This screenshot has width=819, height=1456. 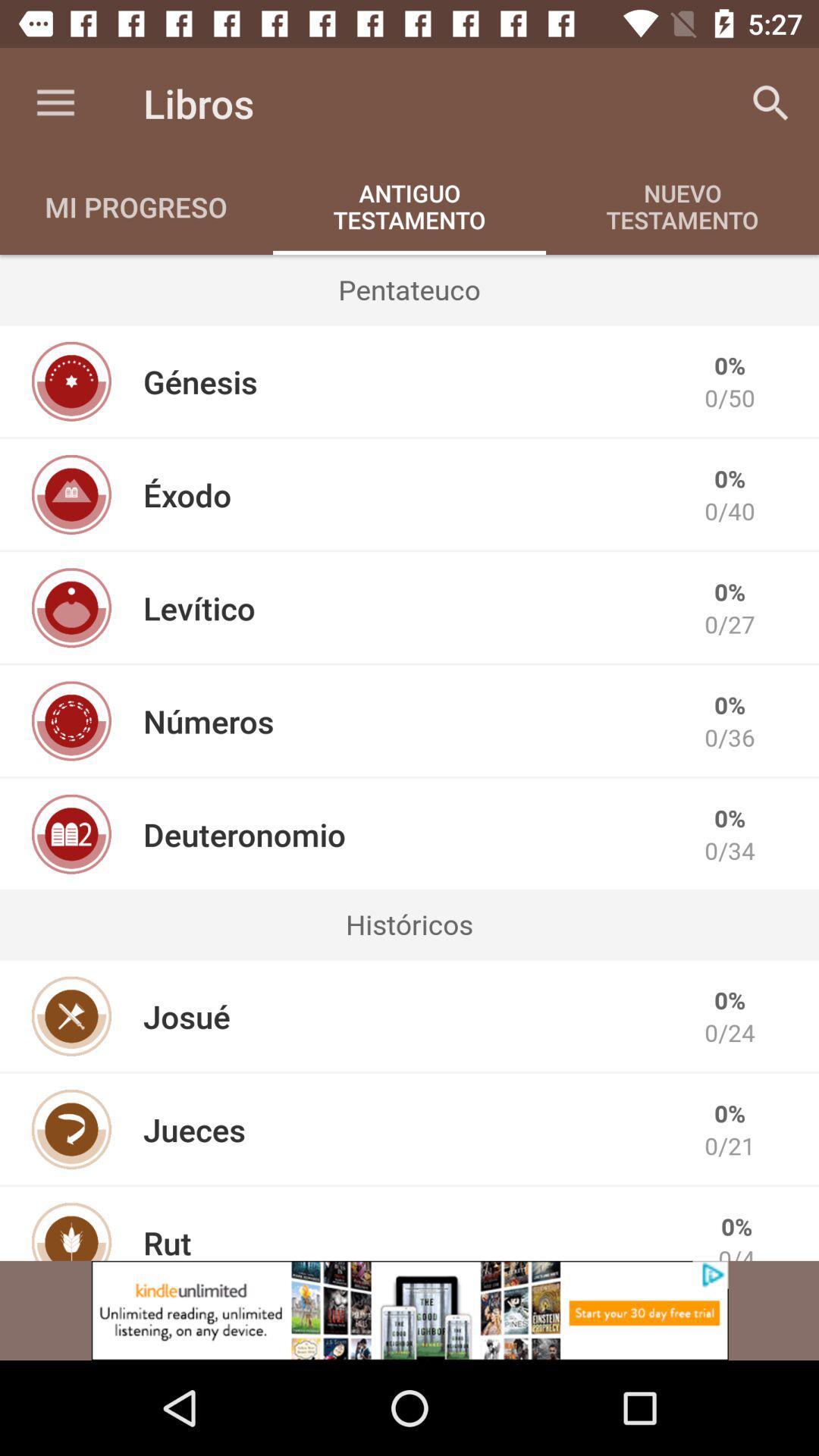 I want to click on the item next to the 0/27, so click(x=198, y=607).